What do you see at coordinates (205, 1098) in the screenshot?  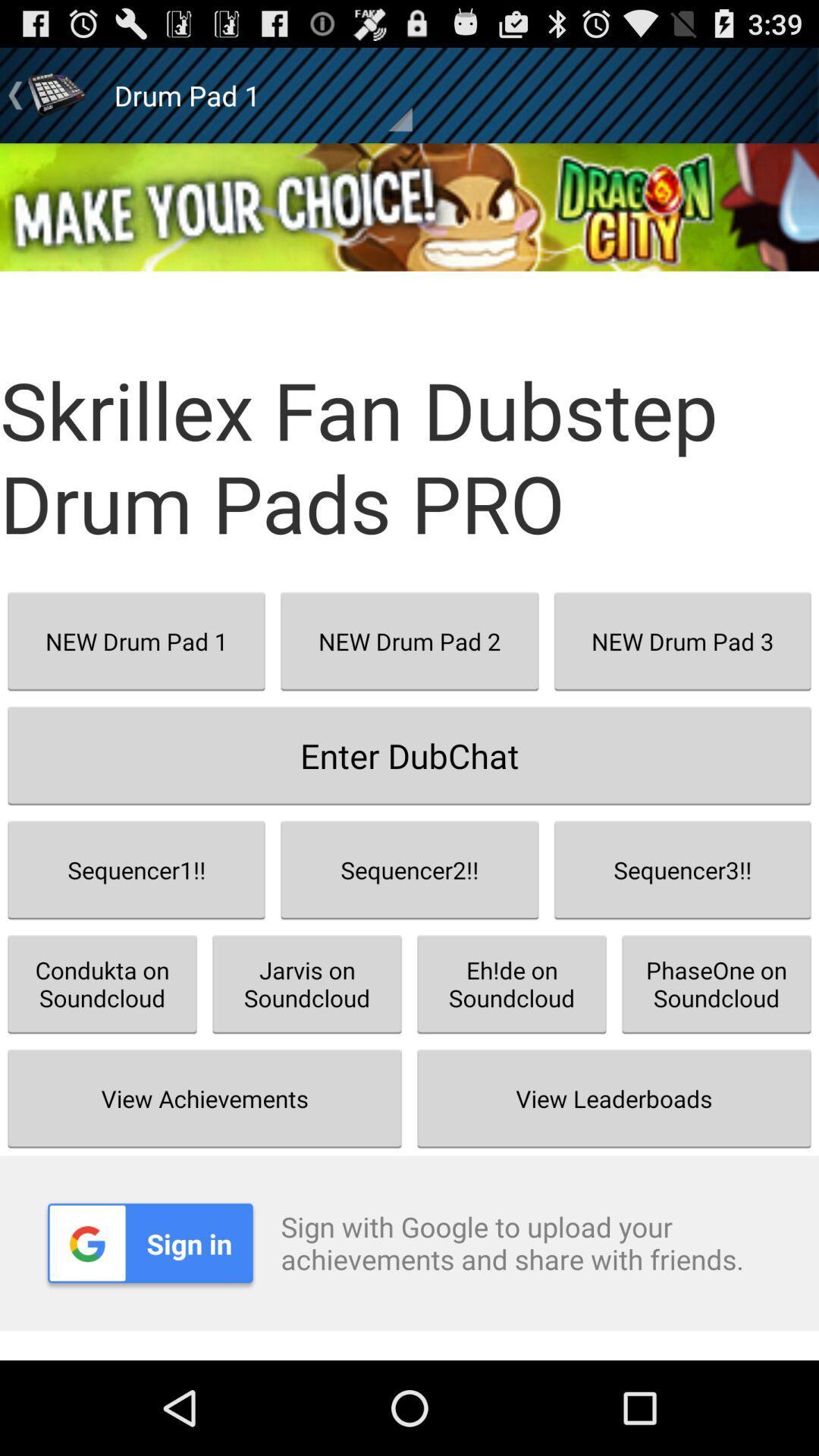 I see `the view achievements icon` at bounding box center [205, 1098].